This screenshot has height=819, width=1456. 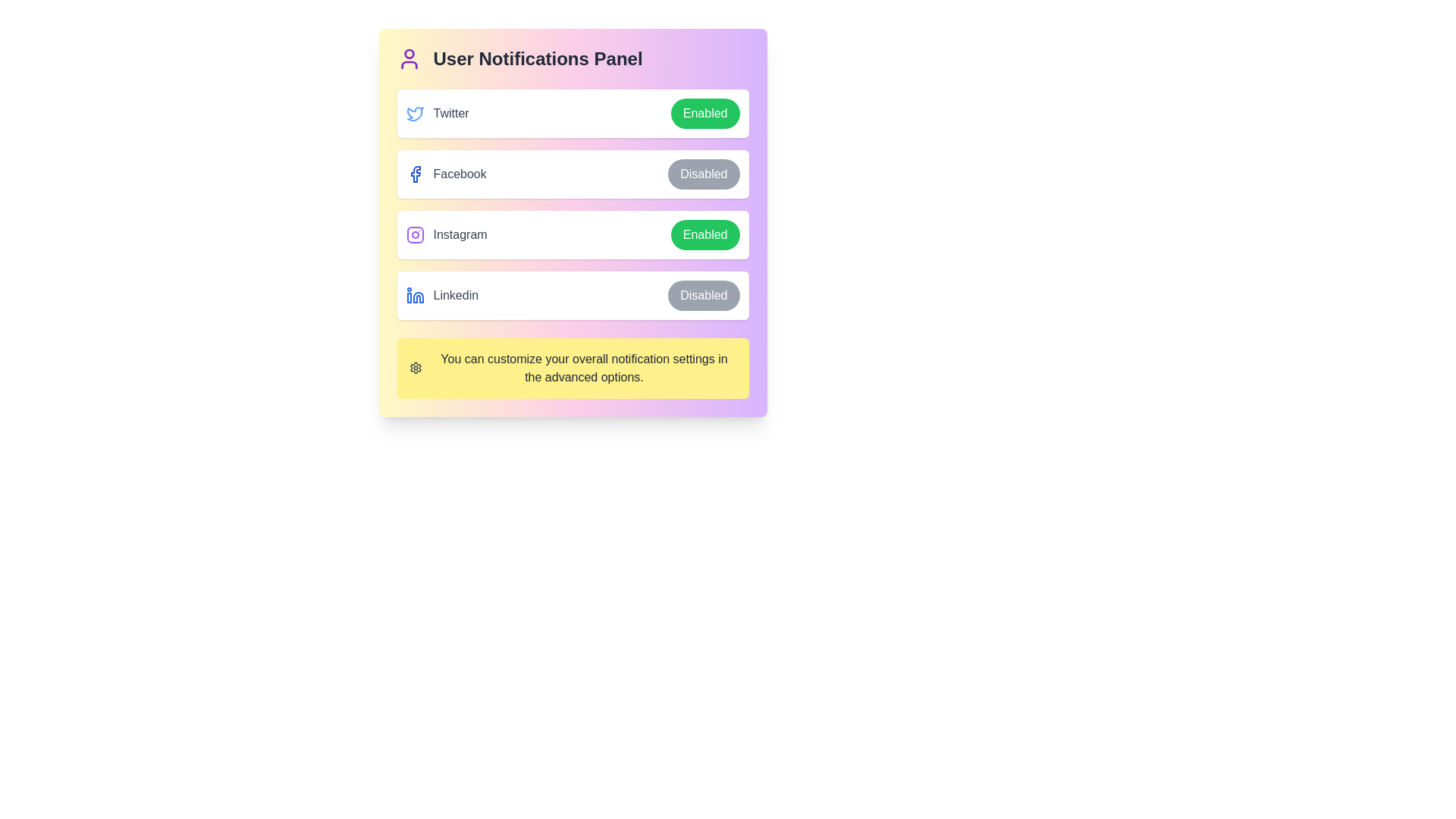 What do you see at coordinates (415, 113) in the screenshot?
I see `the Twitter icon in the notification settings panel, which is located at the top-left corner of the first entry next to the text 'Twitter'` at bounding box center [415, 113].